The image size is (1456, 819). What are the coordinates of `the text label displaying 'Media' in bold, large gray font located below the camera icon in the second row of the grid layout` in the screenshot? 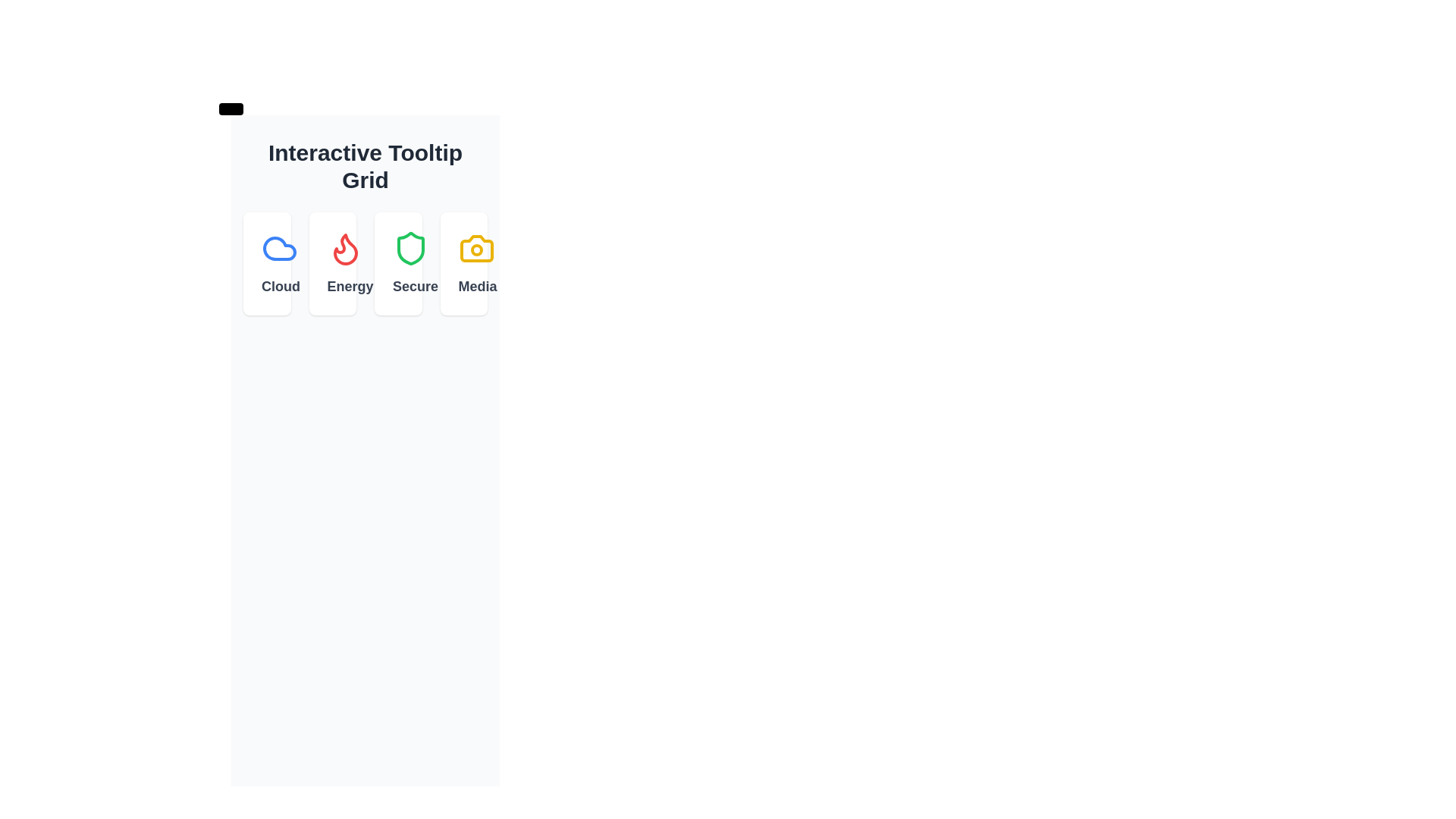 It's located at (463, 287).